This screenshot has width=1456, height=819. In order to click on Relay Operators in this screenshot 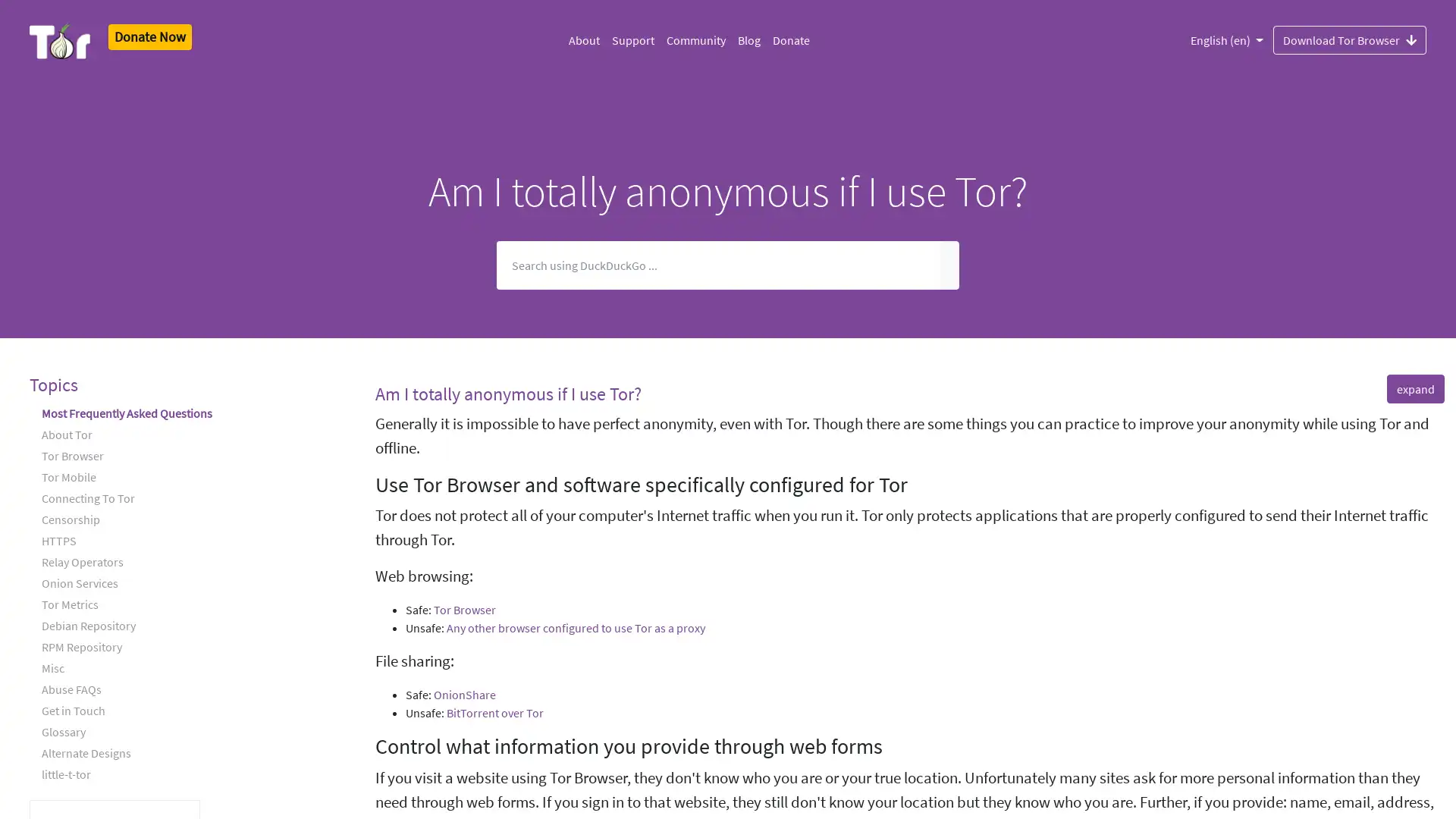, I will do `click(187, 561)`.